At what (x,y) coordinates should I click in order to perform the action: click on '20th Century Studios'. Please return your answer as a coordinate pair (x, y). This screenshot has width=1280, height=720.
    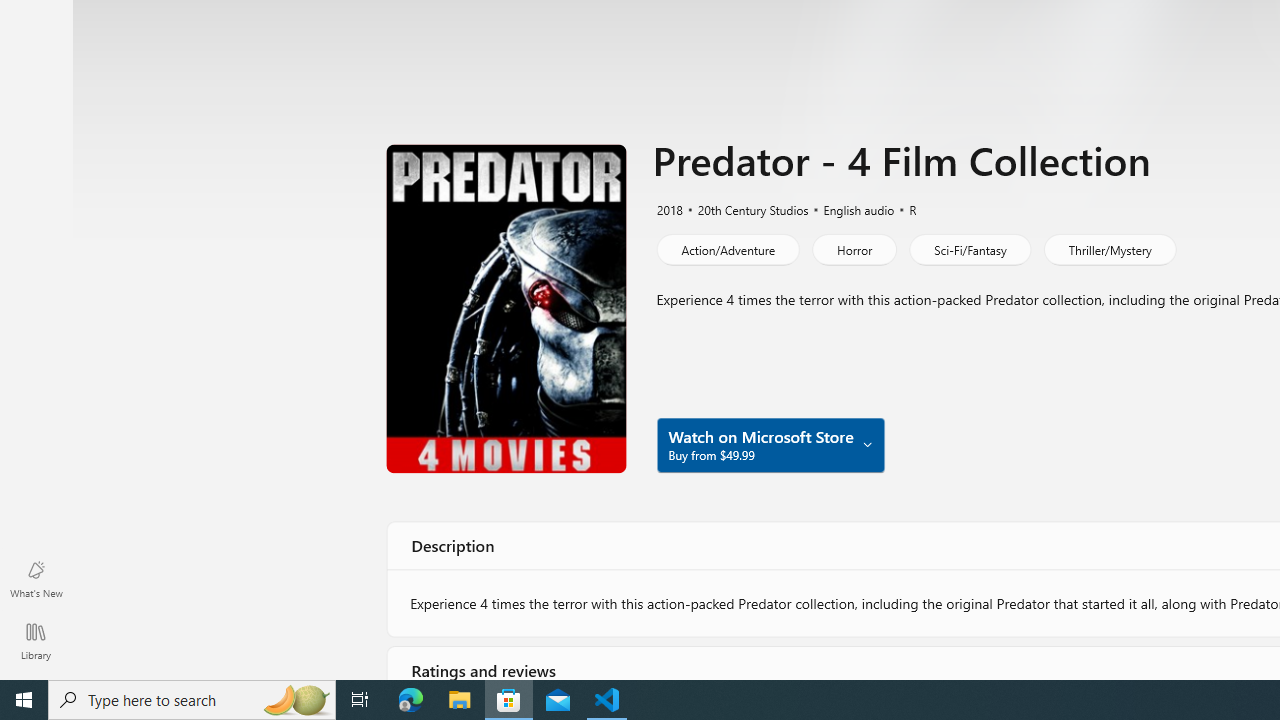
    Looking at the image, I should click on (743, 208).